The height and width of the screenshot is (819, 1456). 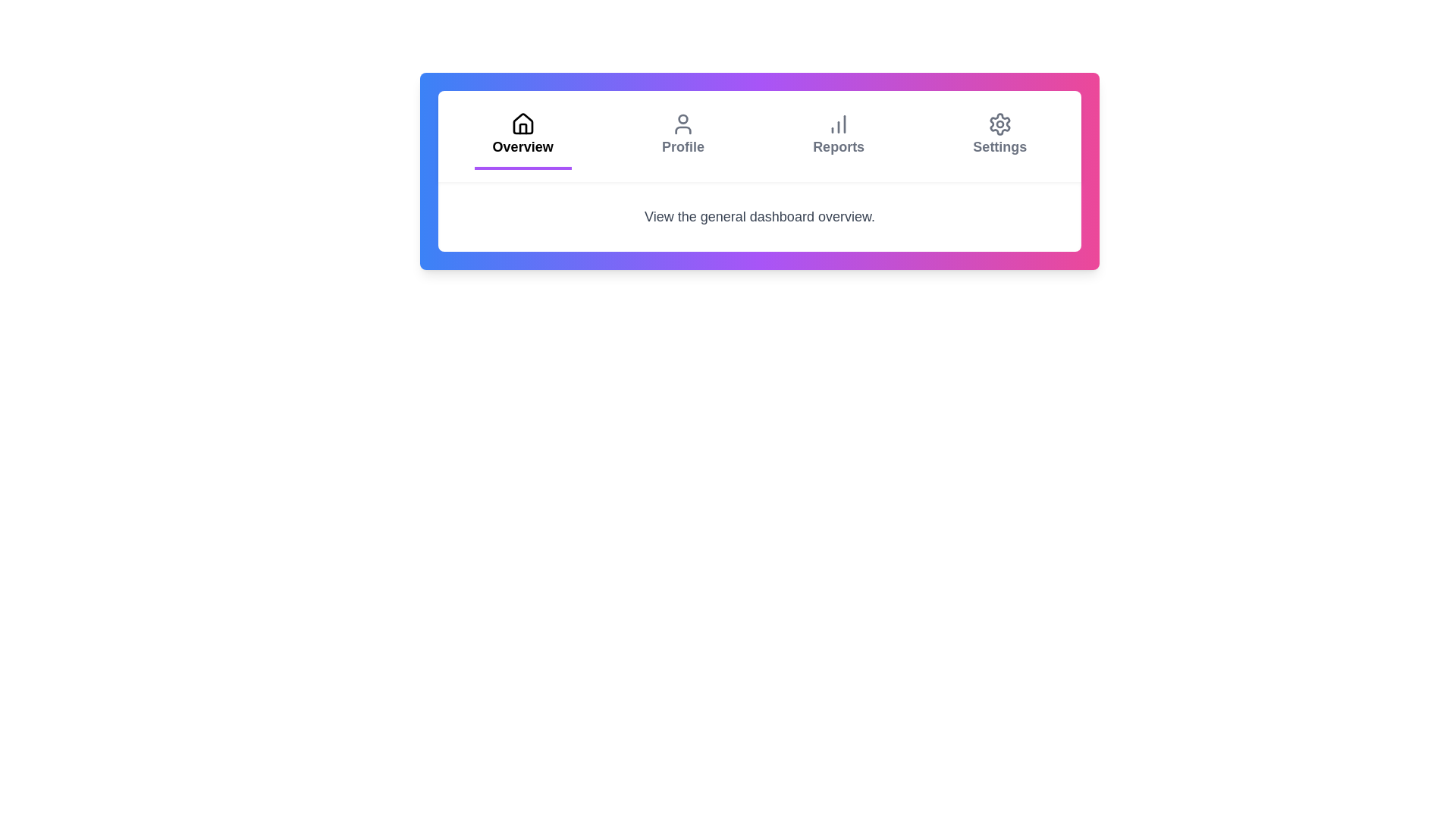 I want to click on the 'Reports' icon located in the navigation bar, so click(x=838, y=124).